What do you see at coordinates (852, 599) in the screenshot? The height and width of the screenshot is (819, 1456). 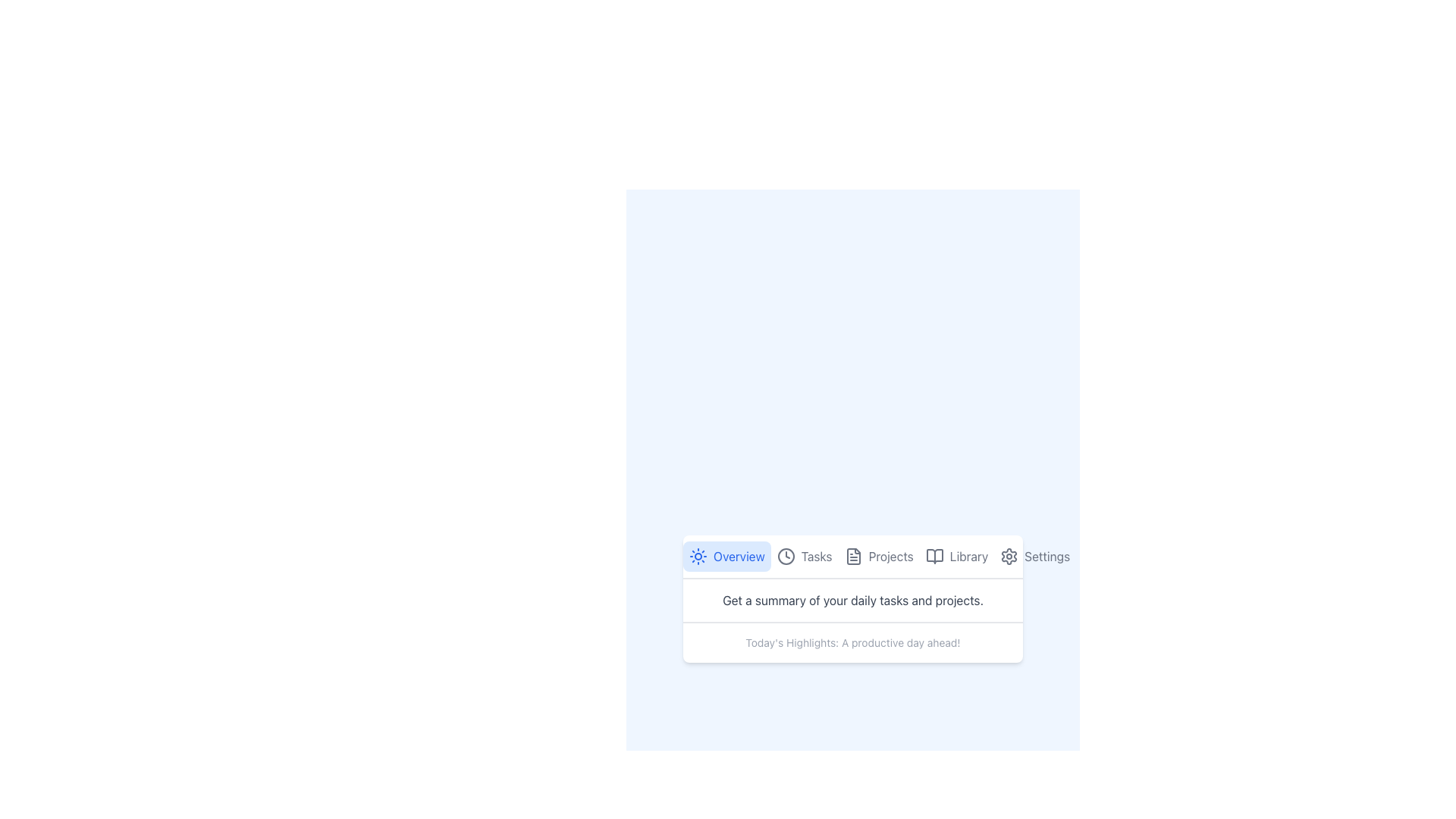 I see `the static text element that provides a summary of daily tasks and projects, located below the navigation menu` at bounding box center [852, 599].